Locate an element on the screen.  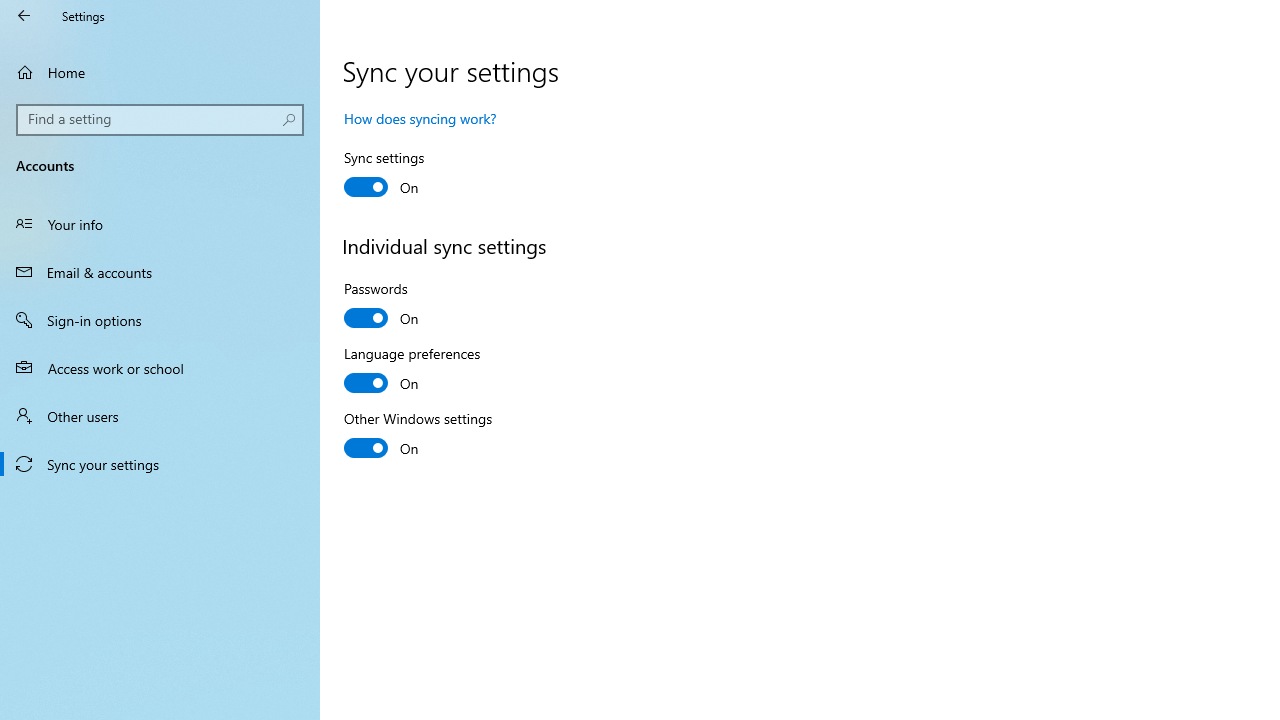
'Other users' is located at coordinates (160, 414).